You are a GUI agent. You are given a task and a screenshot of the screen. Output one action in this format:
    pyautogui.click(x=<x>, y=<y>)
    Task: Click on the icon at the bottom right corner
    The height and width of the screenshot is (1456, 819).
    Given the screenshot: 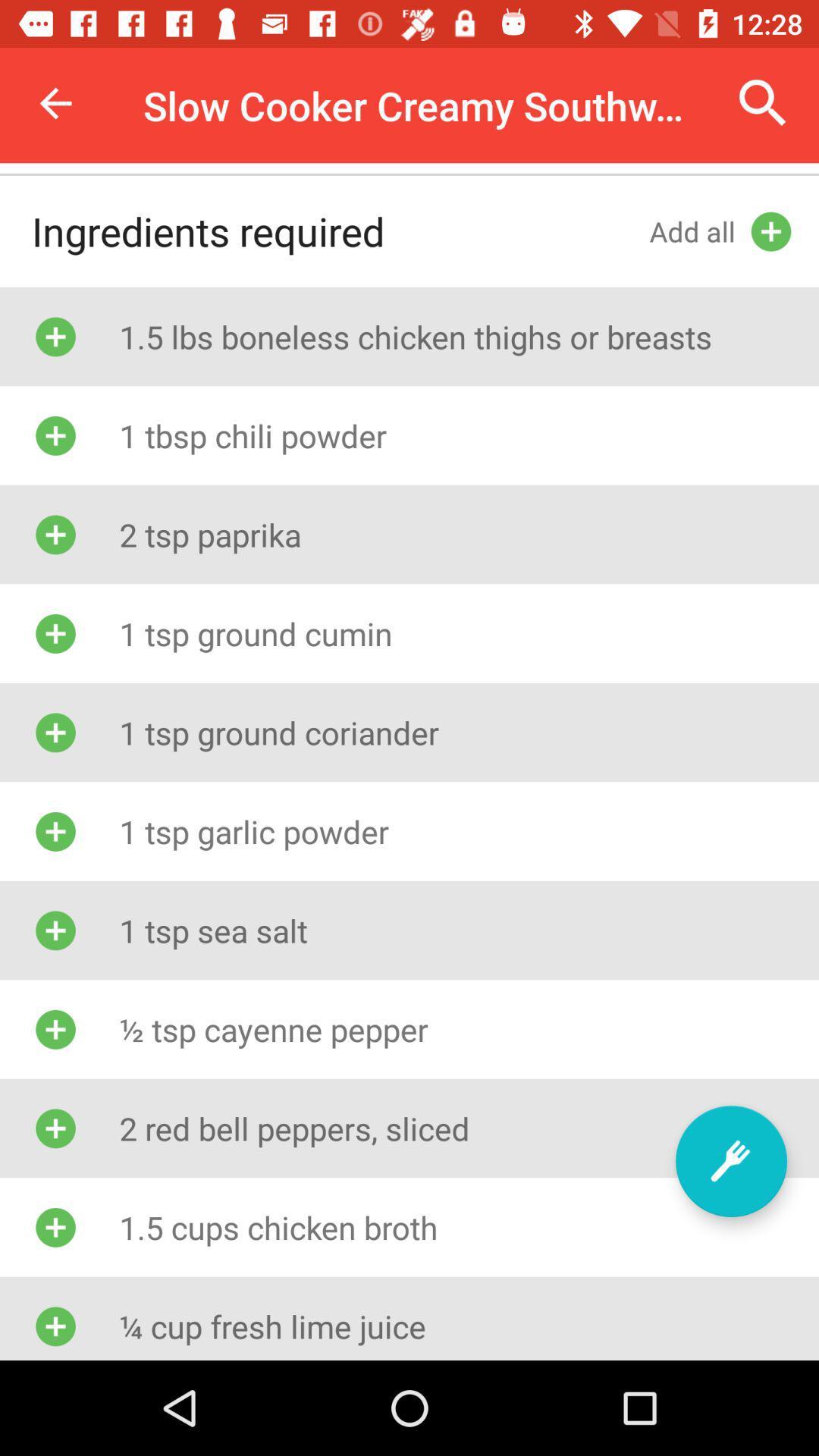 What is the action you would take?
    pyautogui.click(x=730, y=1160)
    